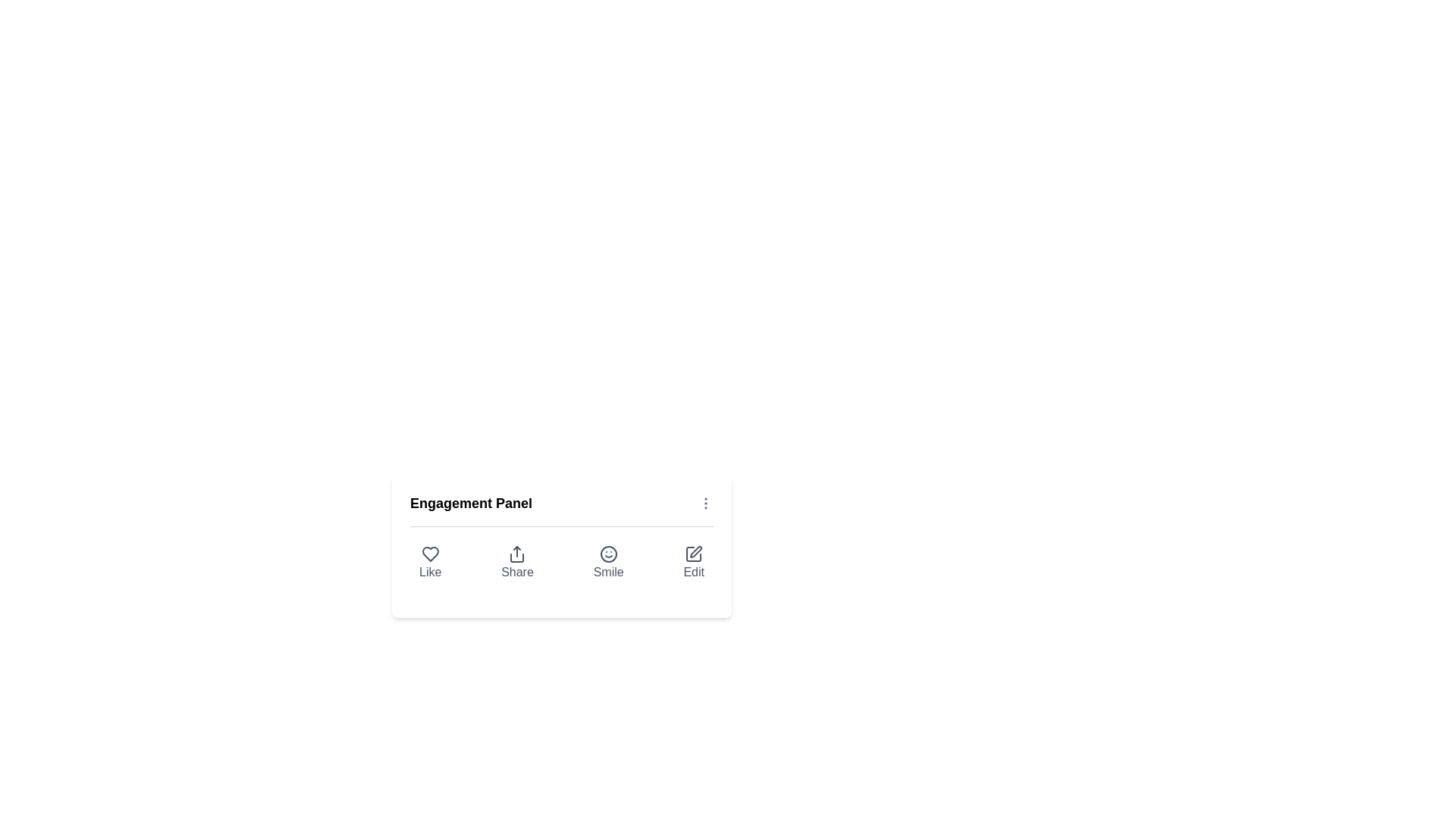  Describe the element at coordinates (693, 563) in the screenshot. I see `the 'Edit' button, which features a pen icon above the text, located in the Engagement Panel as the fourth option` at that location.